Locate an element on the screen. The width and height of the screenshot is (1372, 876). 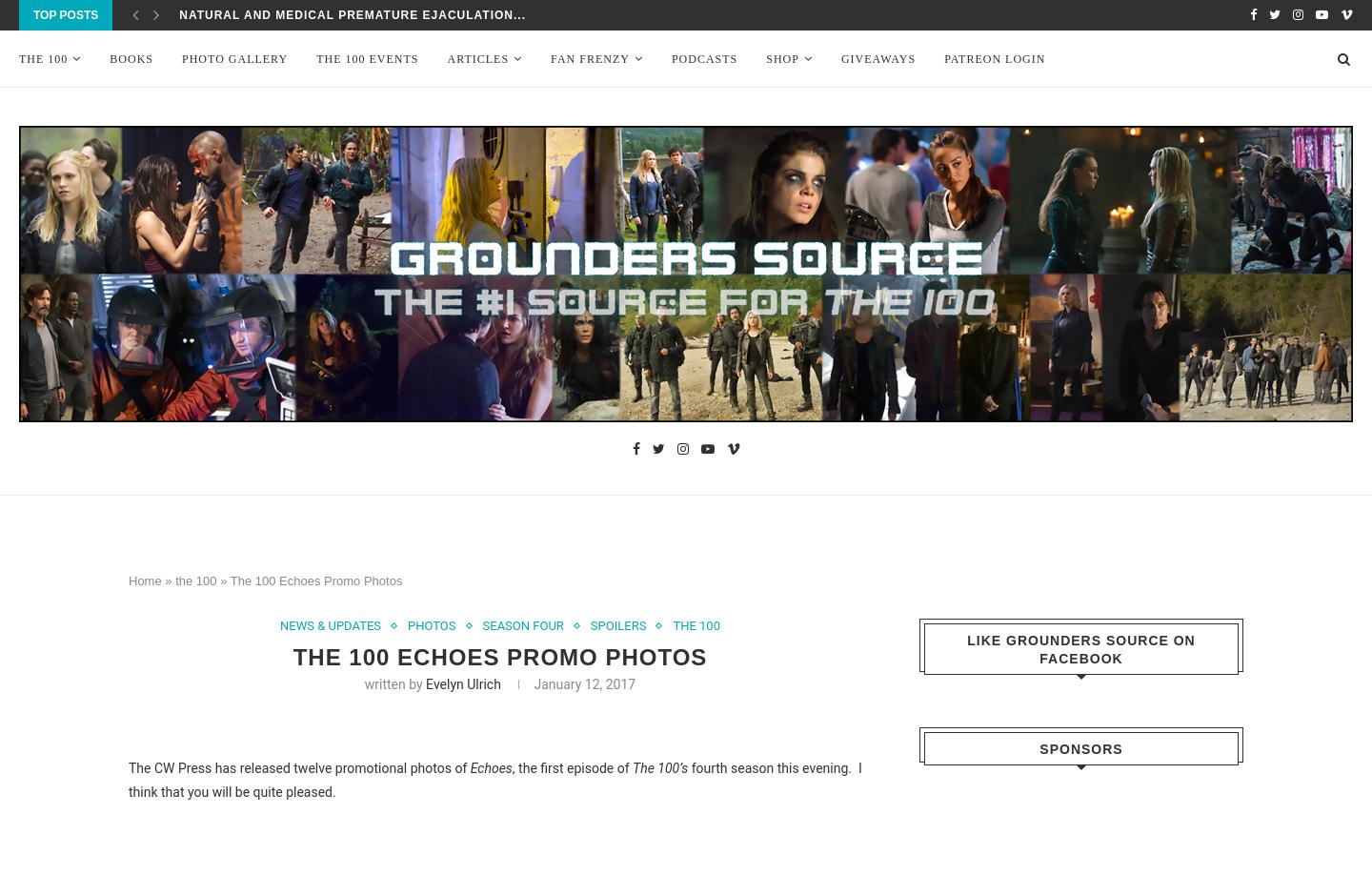
'Shop' is located at coordinates (781, 59).